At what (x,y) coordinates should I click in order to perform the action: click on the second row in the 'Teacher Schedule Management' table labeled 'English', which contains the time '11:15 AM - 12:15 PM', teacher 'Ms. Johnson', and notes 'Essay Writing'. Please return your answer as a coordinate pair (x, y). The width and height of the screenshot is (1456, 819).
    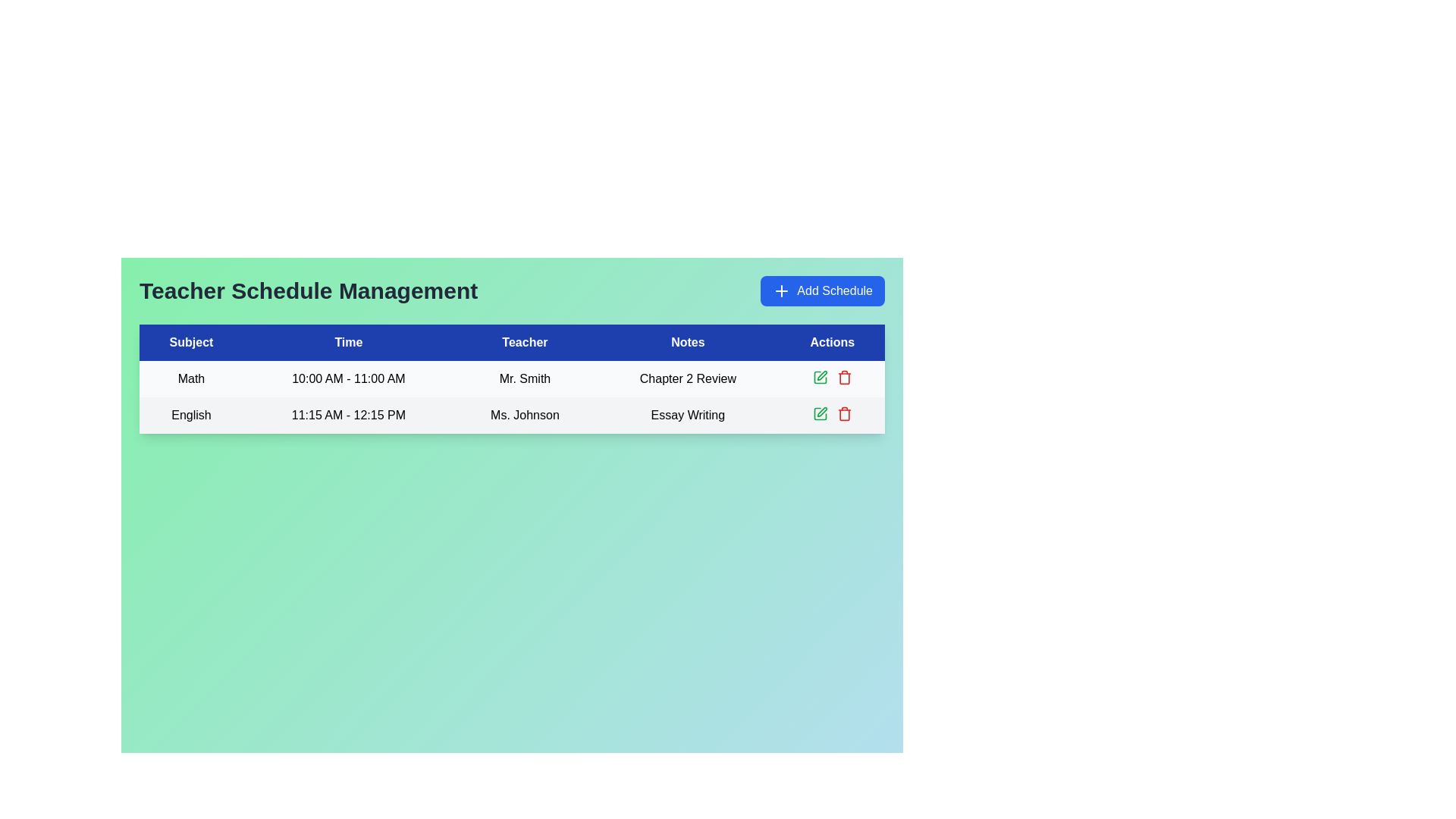
    Looking at the image, I should click on (512, 415).